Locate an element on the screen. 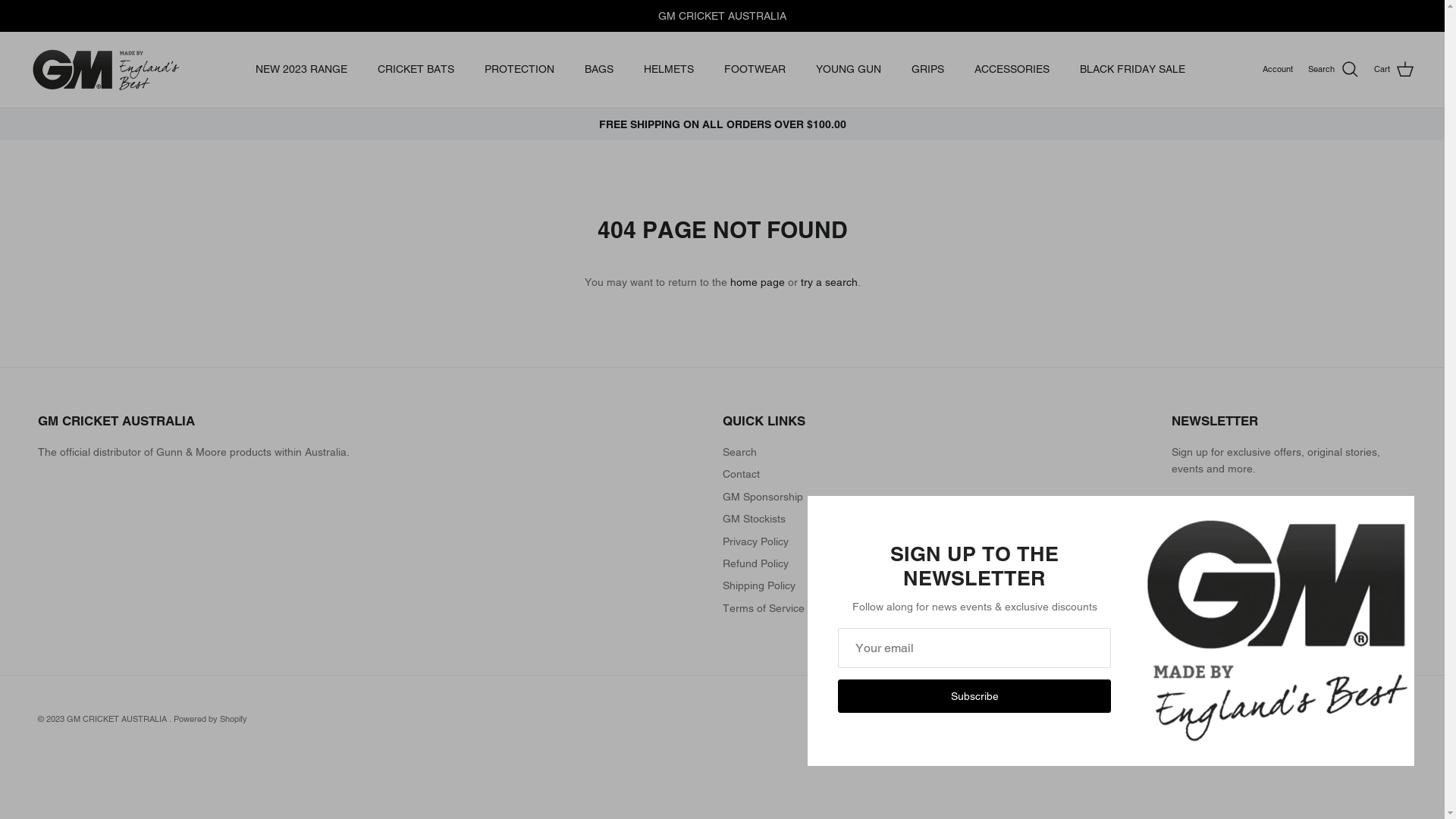 The height and width of the screenshot is (819, 1456). 'try a search' is located at coordinates (800, 281).